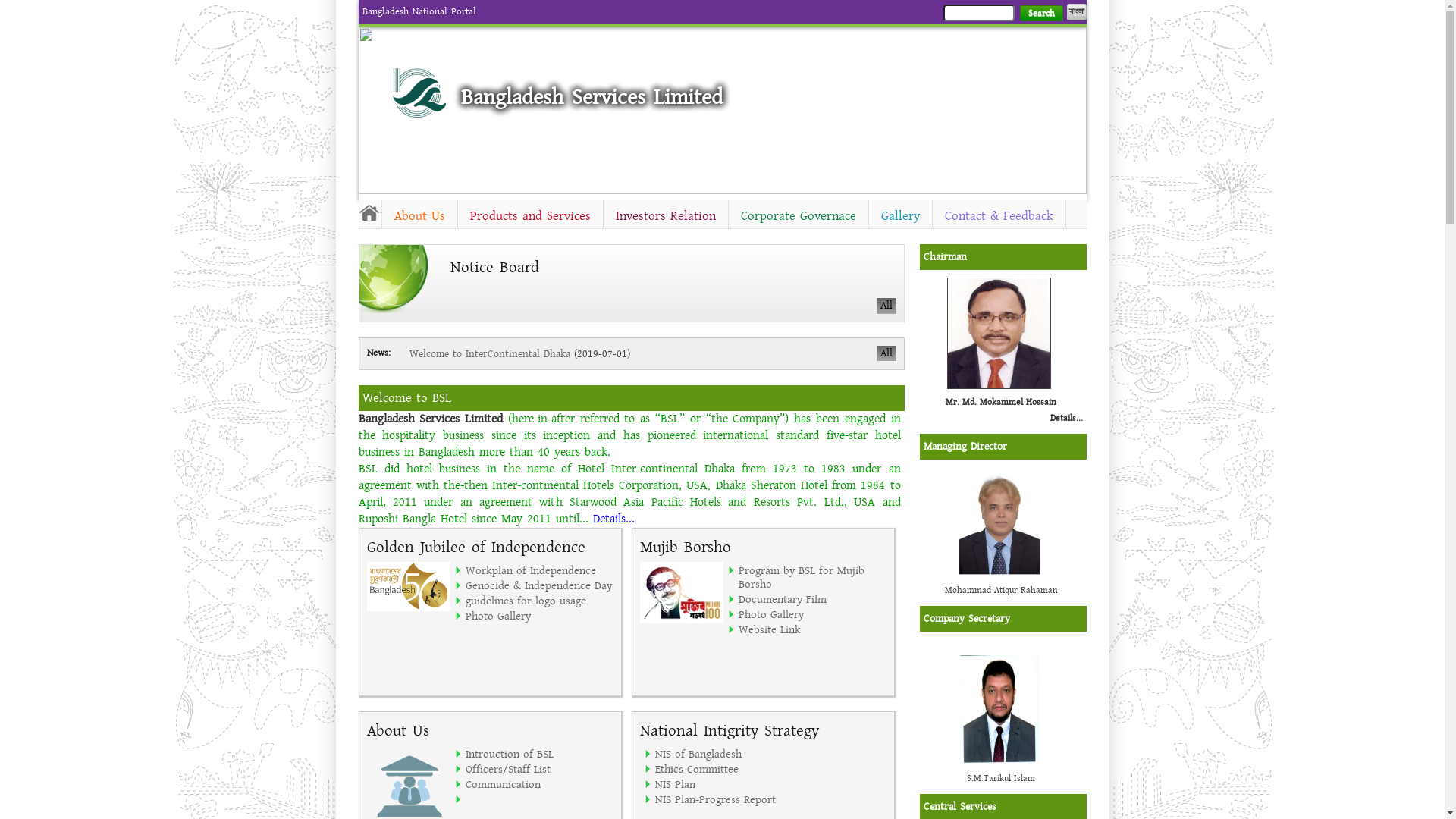  Describe the element at coordinates (539, 769) in the screenshot. I see `'Officers/Staff List'` at that location.